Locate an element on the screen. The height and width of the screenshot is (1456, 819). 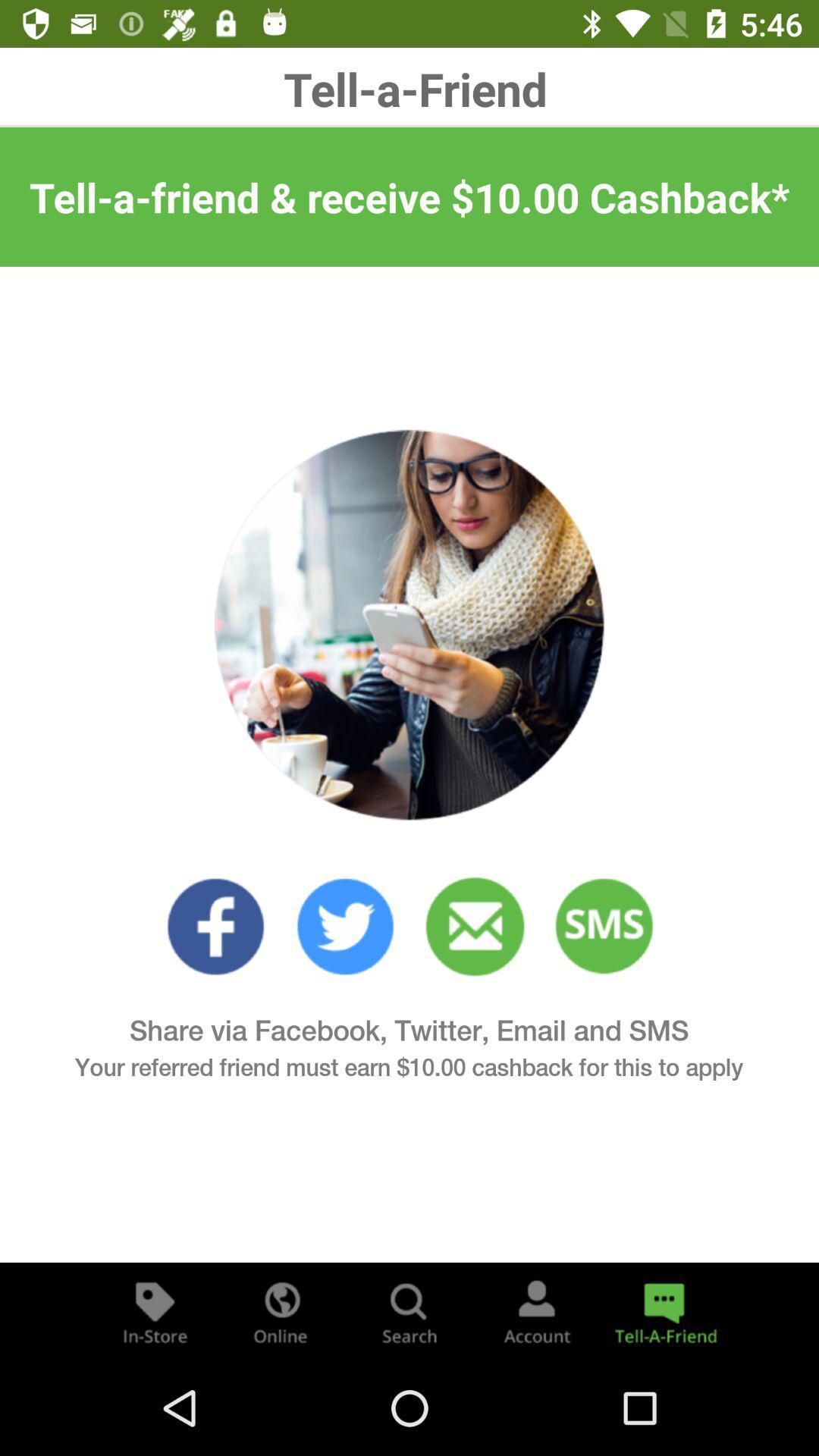
the facebook icon is located at coordinates (215, 926).